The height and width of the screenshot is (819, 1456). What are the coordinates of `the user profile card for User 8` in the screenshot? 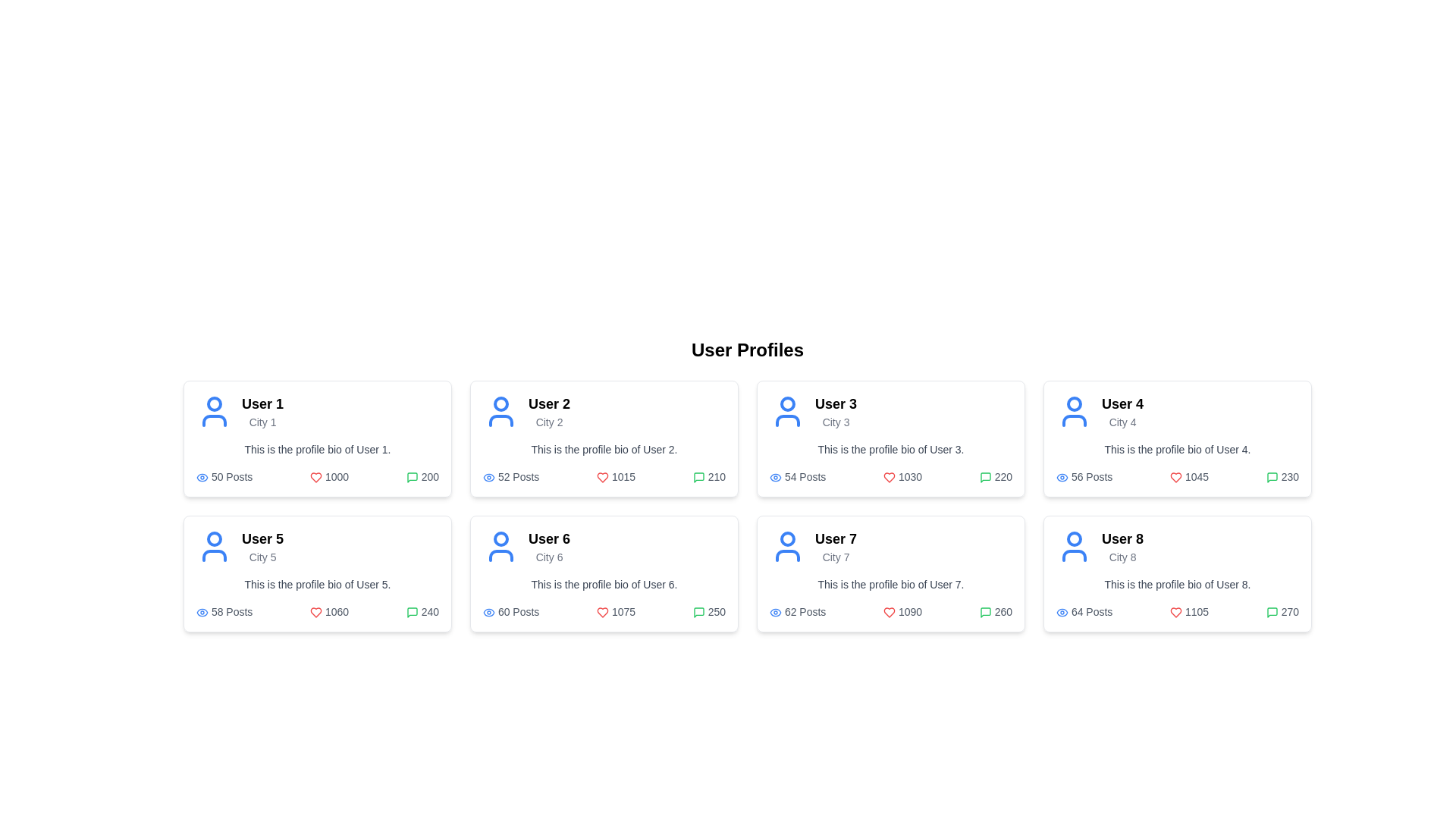 It's located at (1177, 573).